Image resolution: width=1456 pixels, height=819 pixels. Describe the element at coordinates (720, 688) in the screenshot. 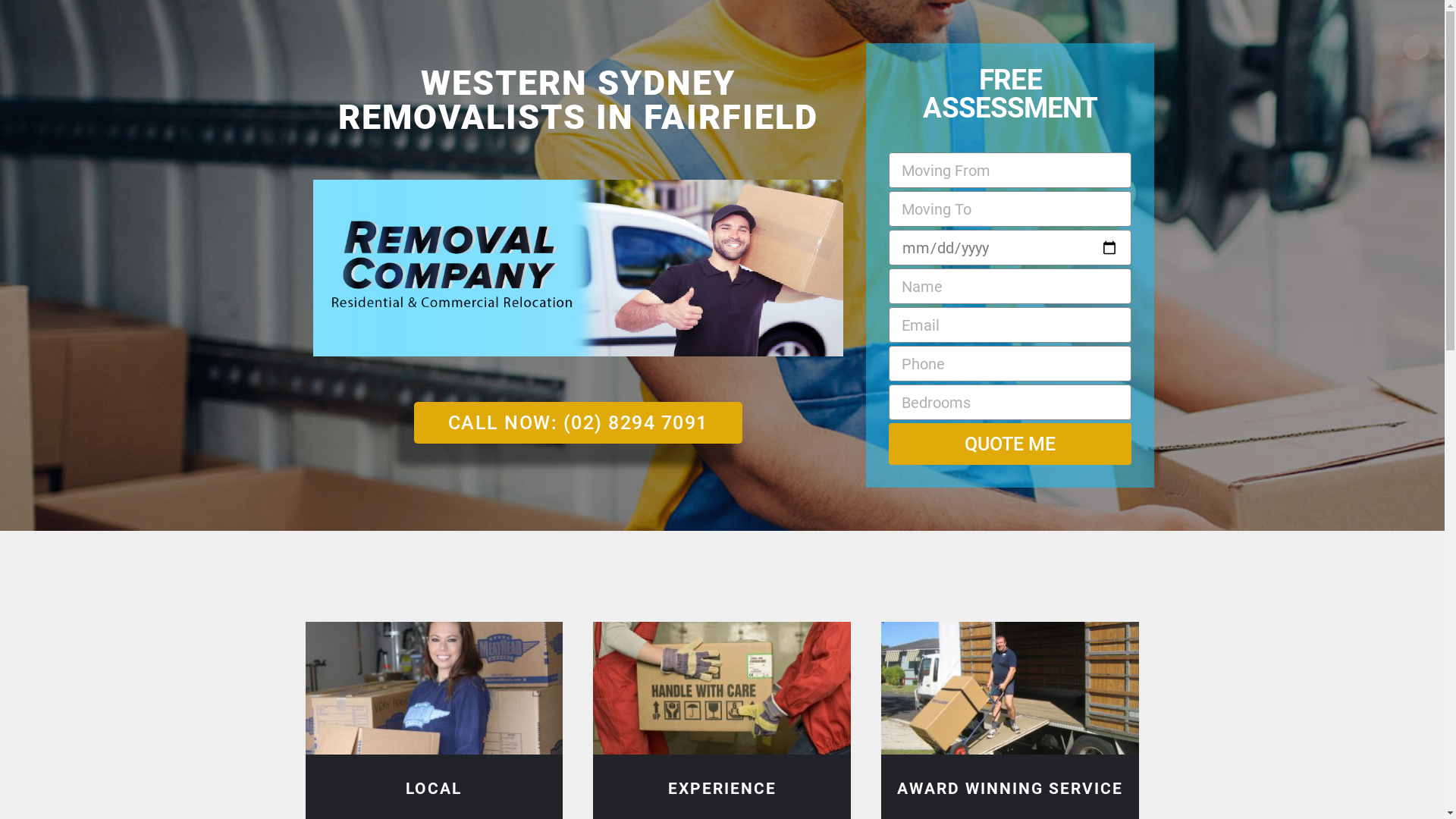

I see `'Experienced Removalists Fairfield'` at that location.